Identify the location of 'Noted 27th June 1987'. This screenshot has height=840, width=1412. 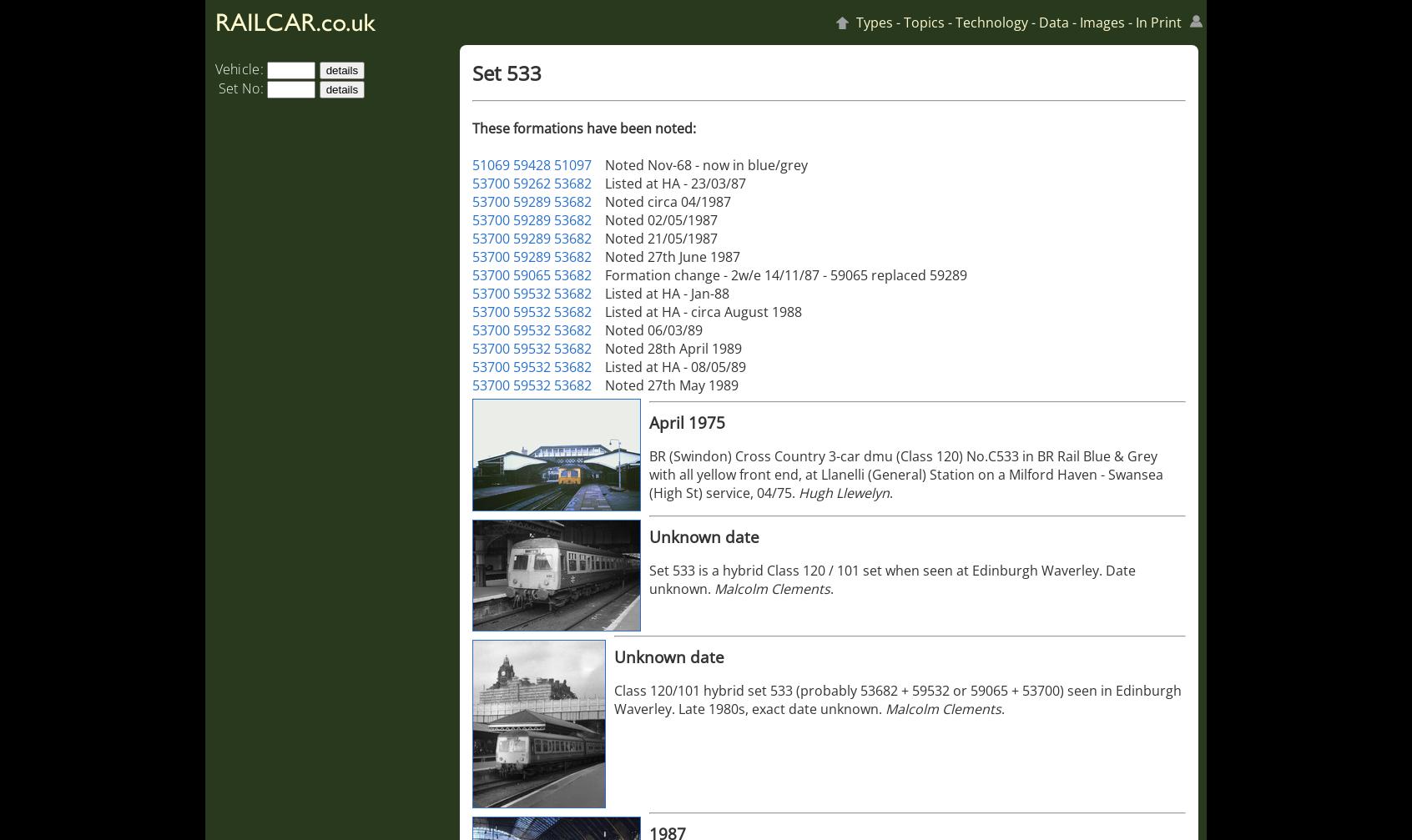
(673, 257).